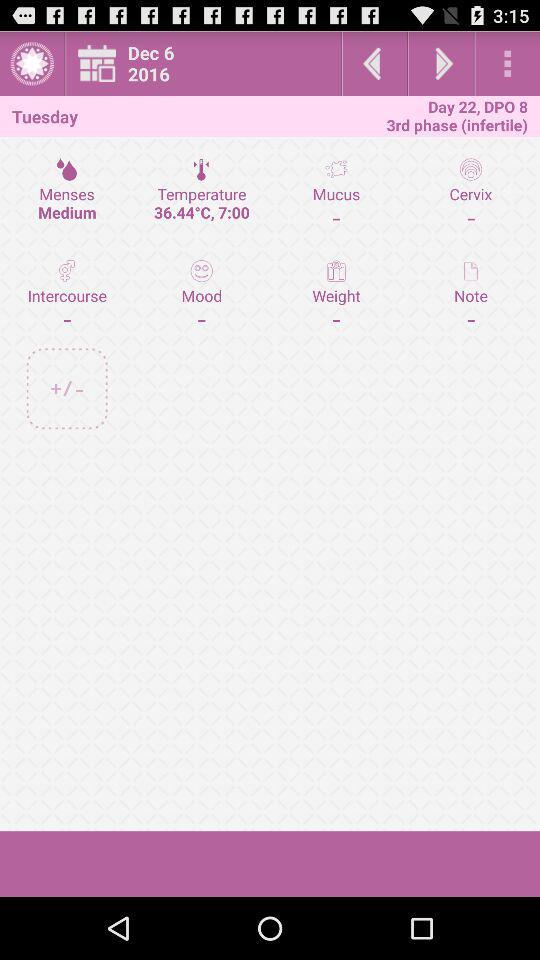 The width and height of the screenshot is (540, 960). What do you see at coordinates (31, 63) in the screenshot?
I see `access your profile and settings` at bounding box center [31, 63].